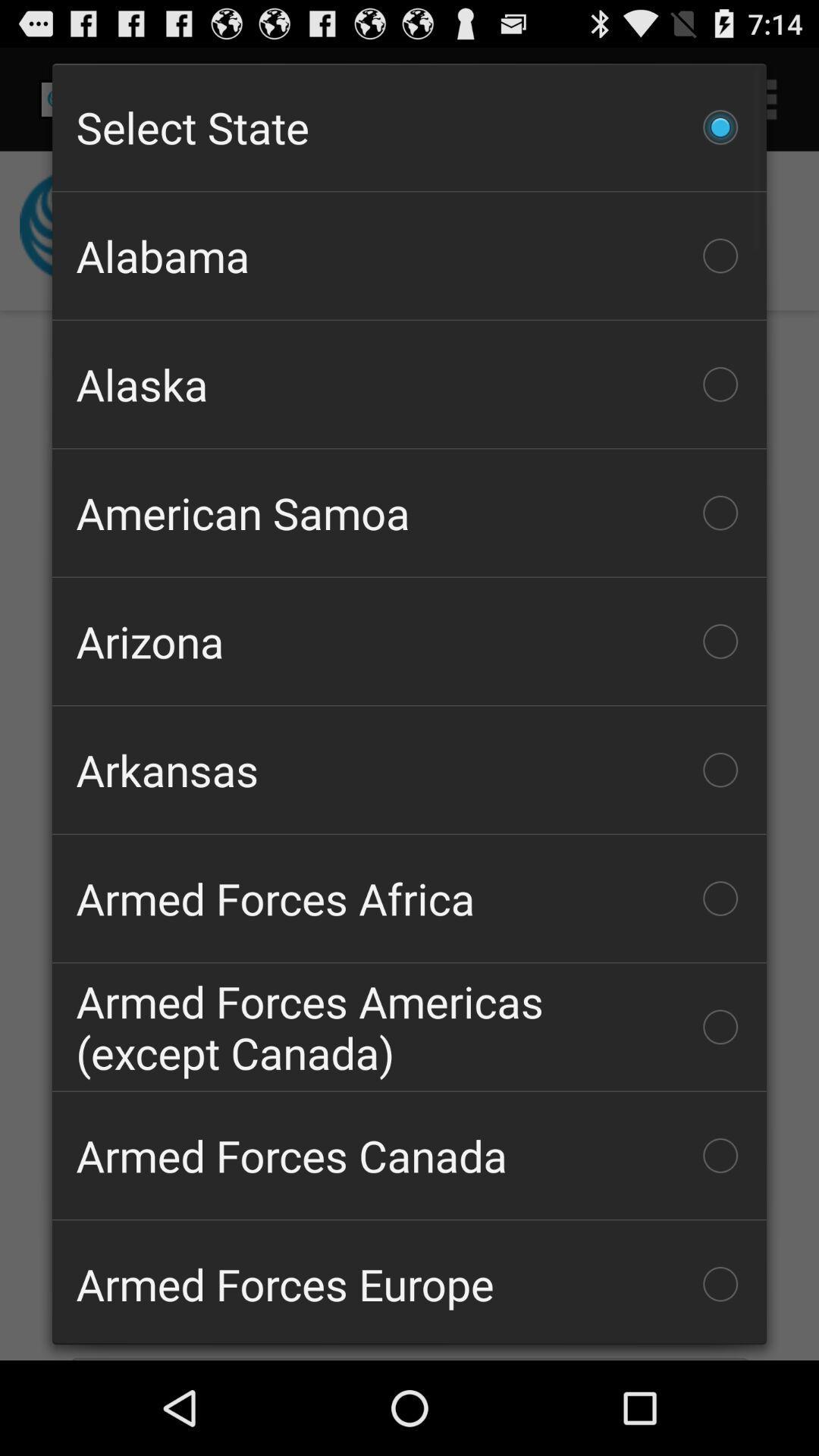 The width and height of the screenshot is (819, 1456). What do you see at coordinates (409, 256) in the screenshot?
I see `the alabama item` at bounding box center [409, 256].